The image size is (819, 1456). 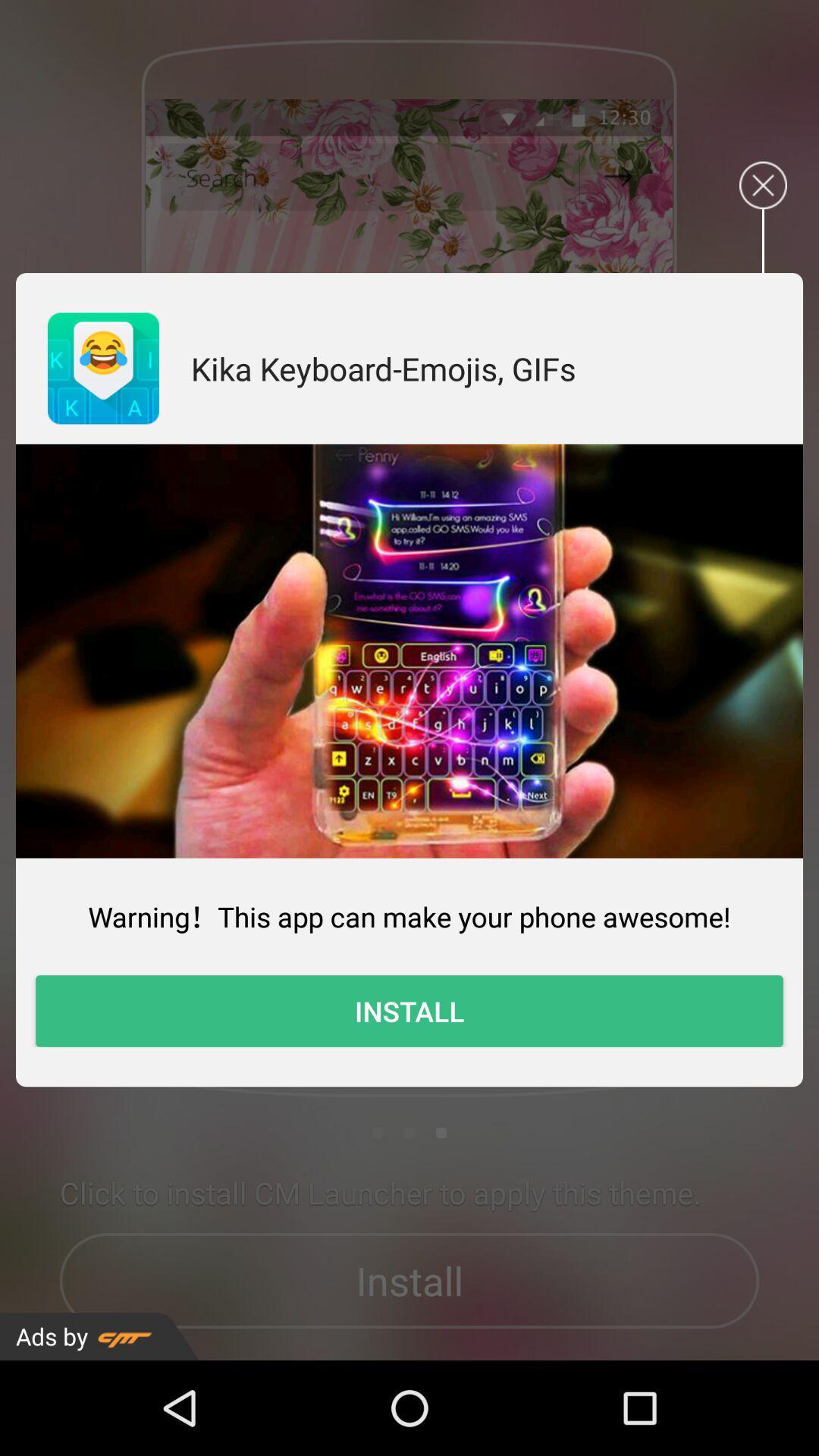 I want to click on warning this app app, so click(x=409, y=916).